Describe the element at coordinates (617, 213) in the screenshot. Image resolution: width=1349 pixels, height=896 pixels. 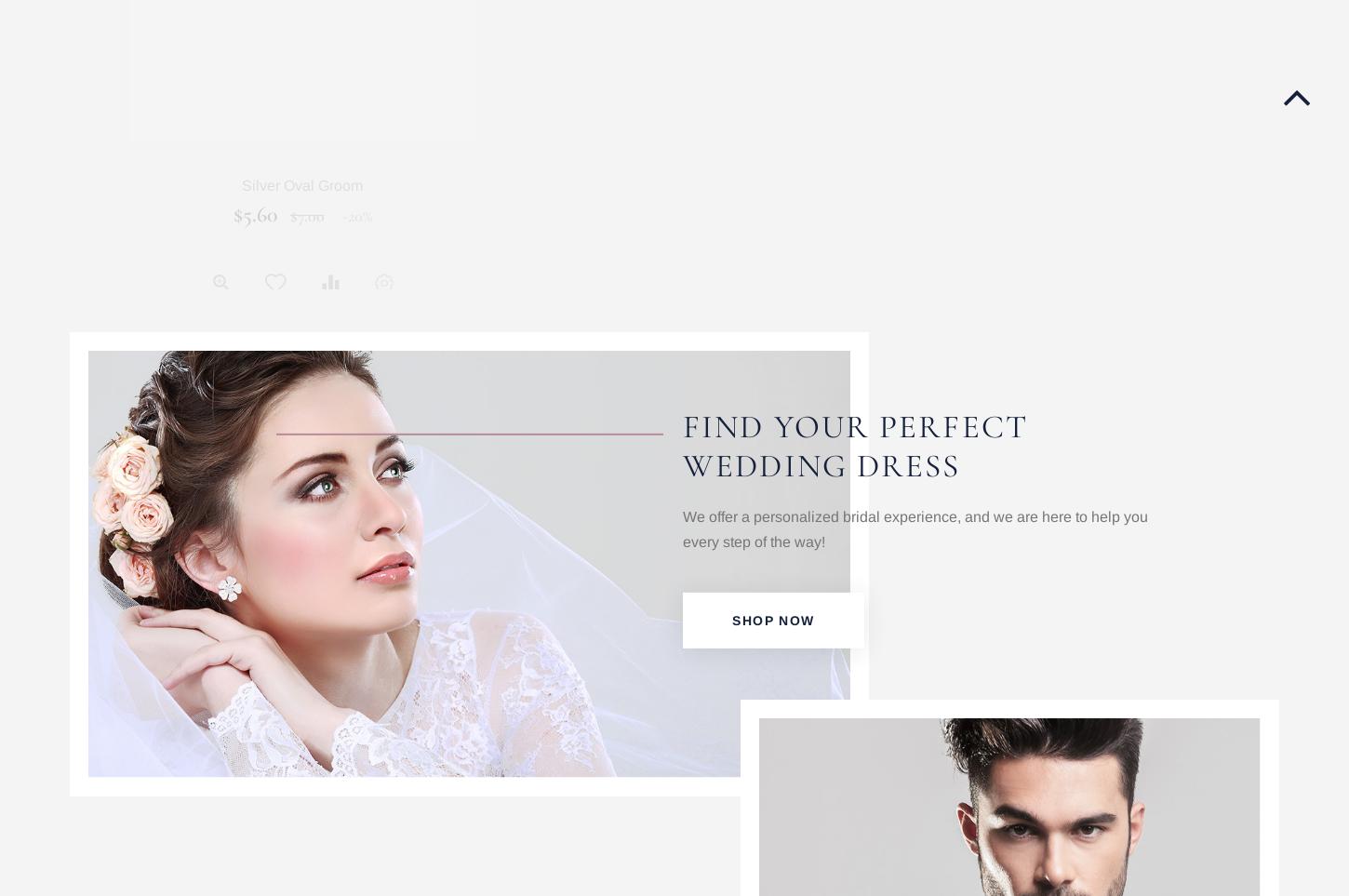
I see `'$240.00'` at that location.